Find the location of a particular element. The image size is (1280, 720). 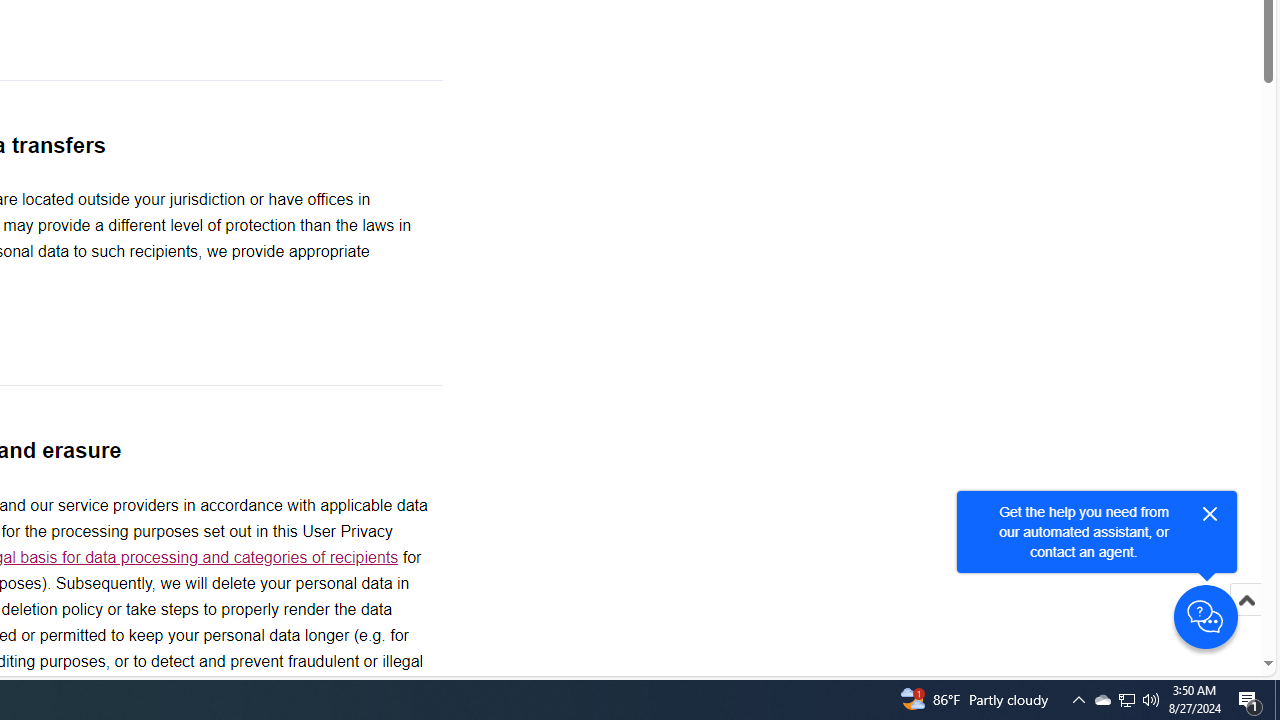

'Scroll to top' is located at coordinates (1245, 620).